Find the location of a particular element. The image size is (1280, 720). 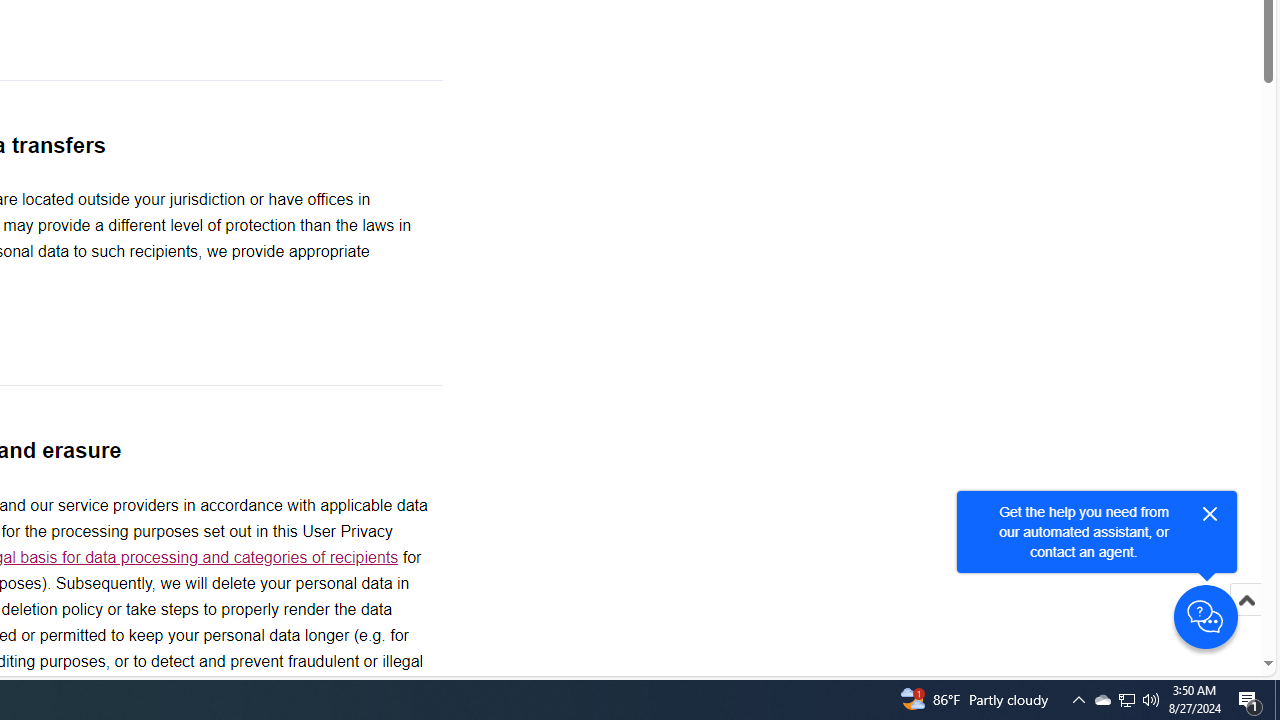

'Scroll to top' is located at coordinates (1245, 620).